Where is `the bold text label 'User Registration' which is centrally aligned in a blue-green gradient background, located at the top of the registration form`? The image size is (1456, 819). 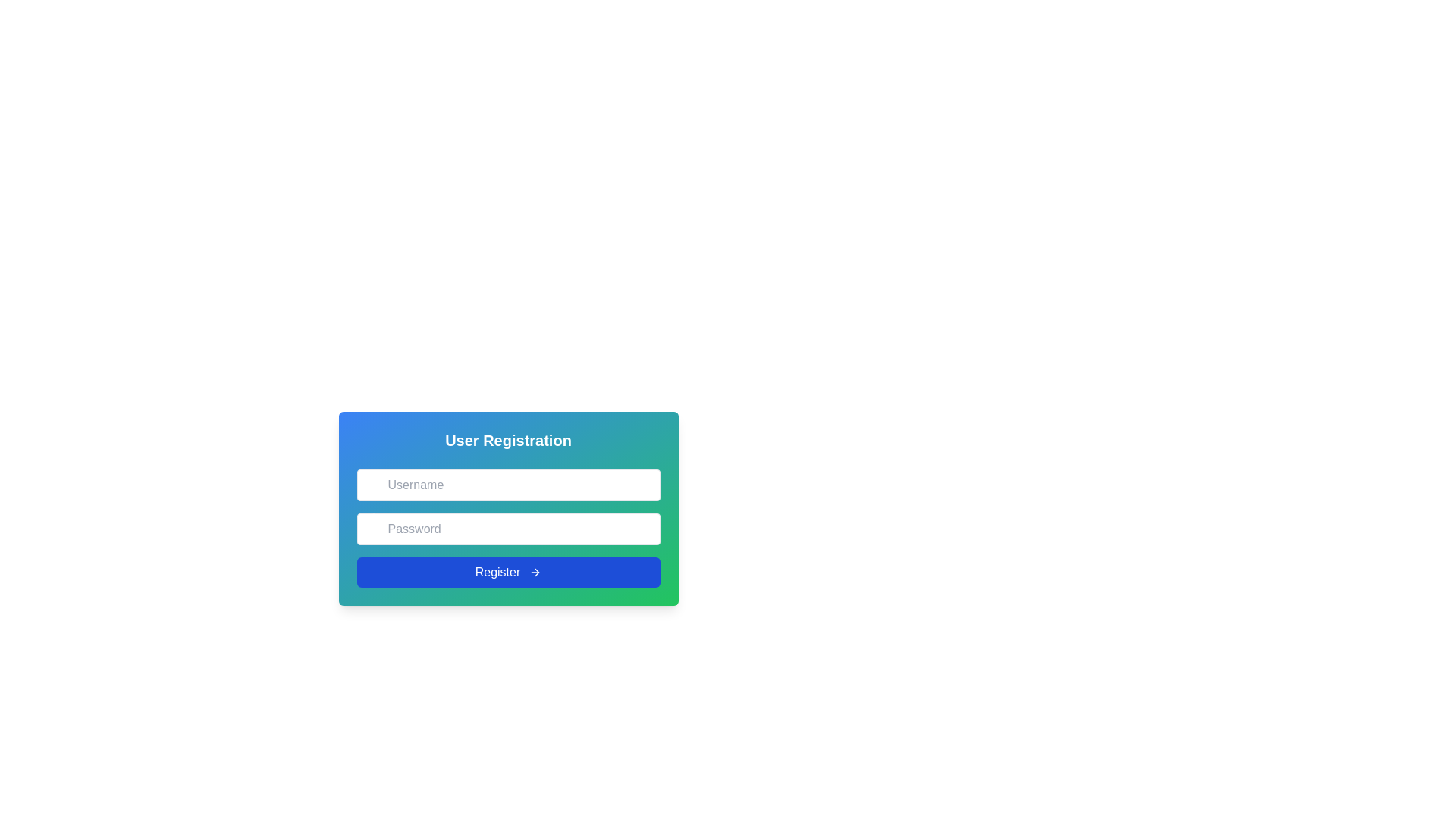 the bold text label 'User Registration' which is centrally aligned in a blue-green gradient background, located at the top of the registration form is located at coordinates (508, 441).